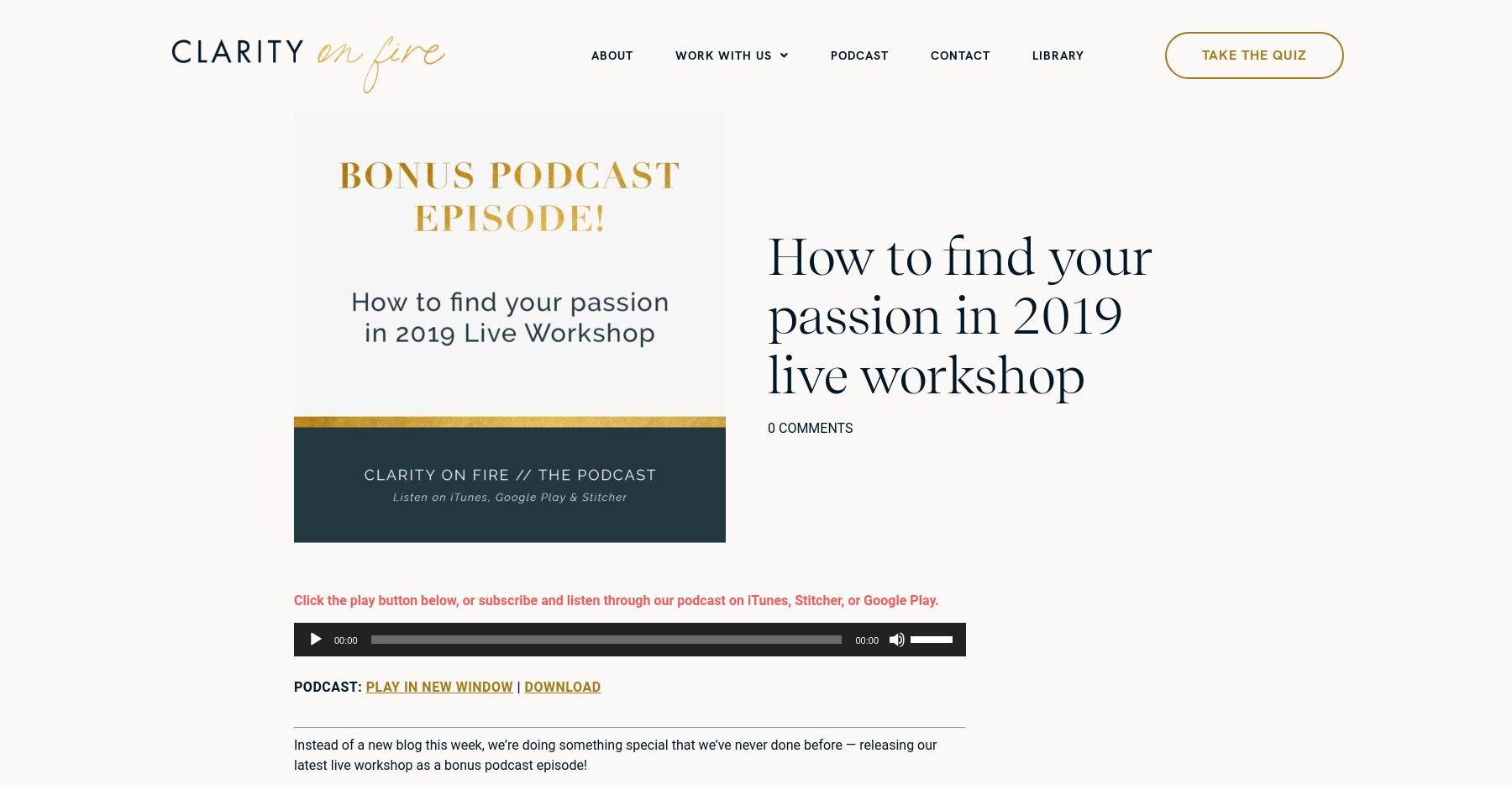 This screenshot has height=785, width=1512. What do you see at coordinates (329, 687) in the screenshot?
I see `'Podcast:'` at bounding box center [329, 687].